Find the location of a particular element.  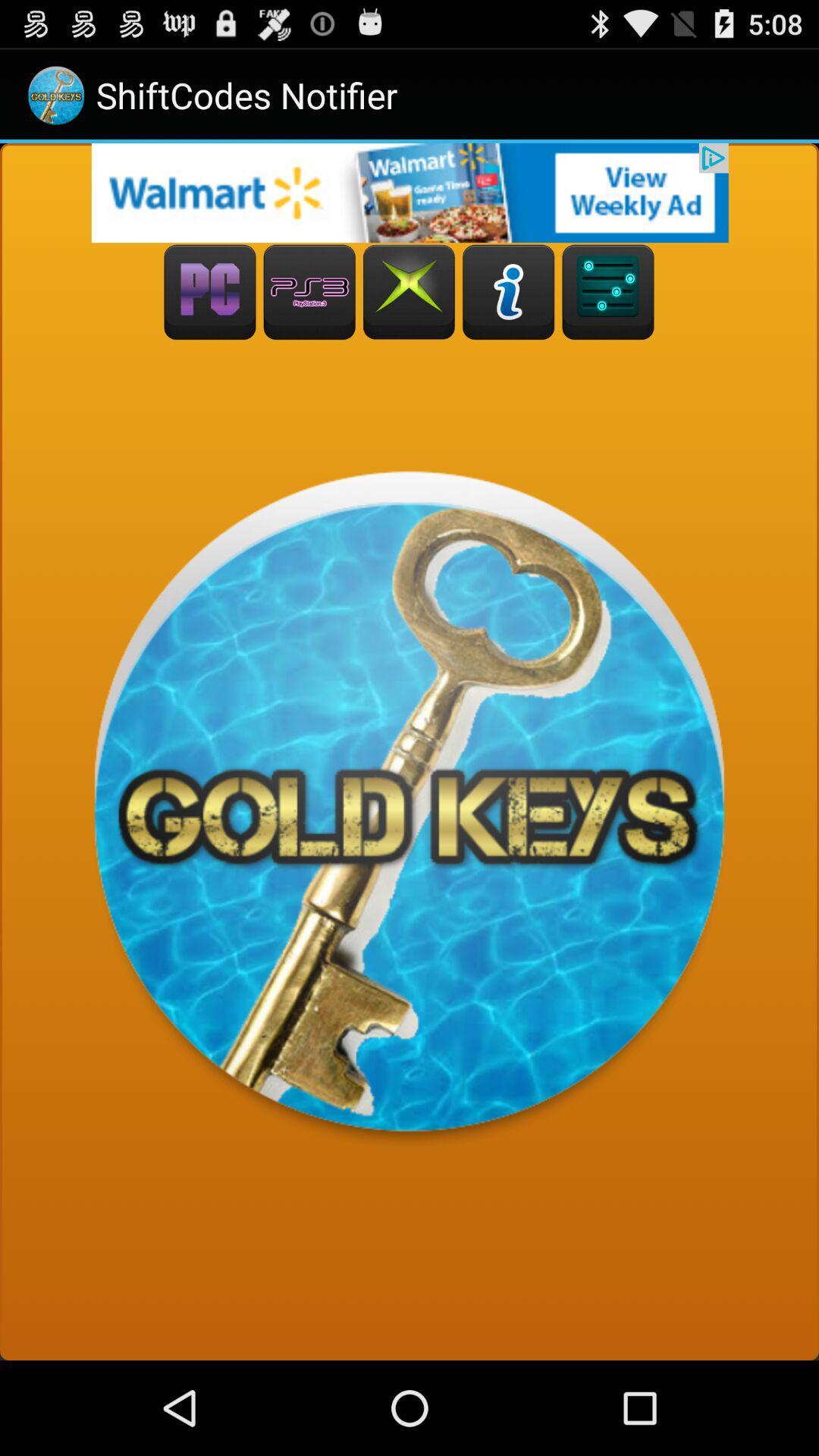

playstation 3 is located at coordinates (309, 292).